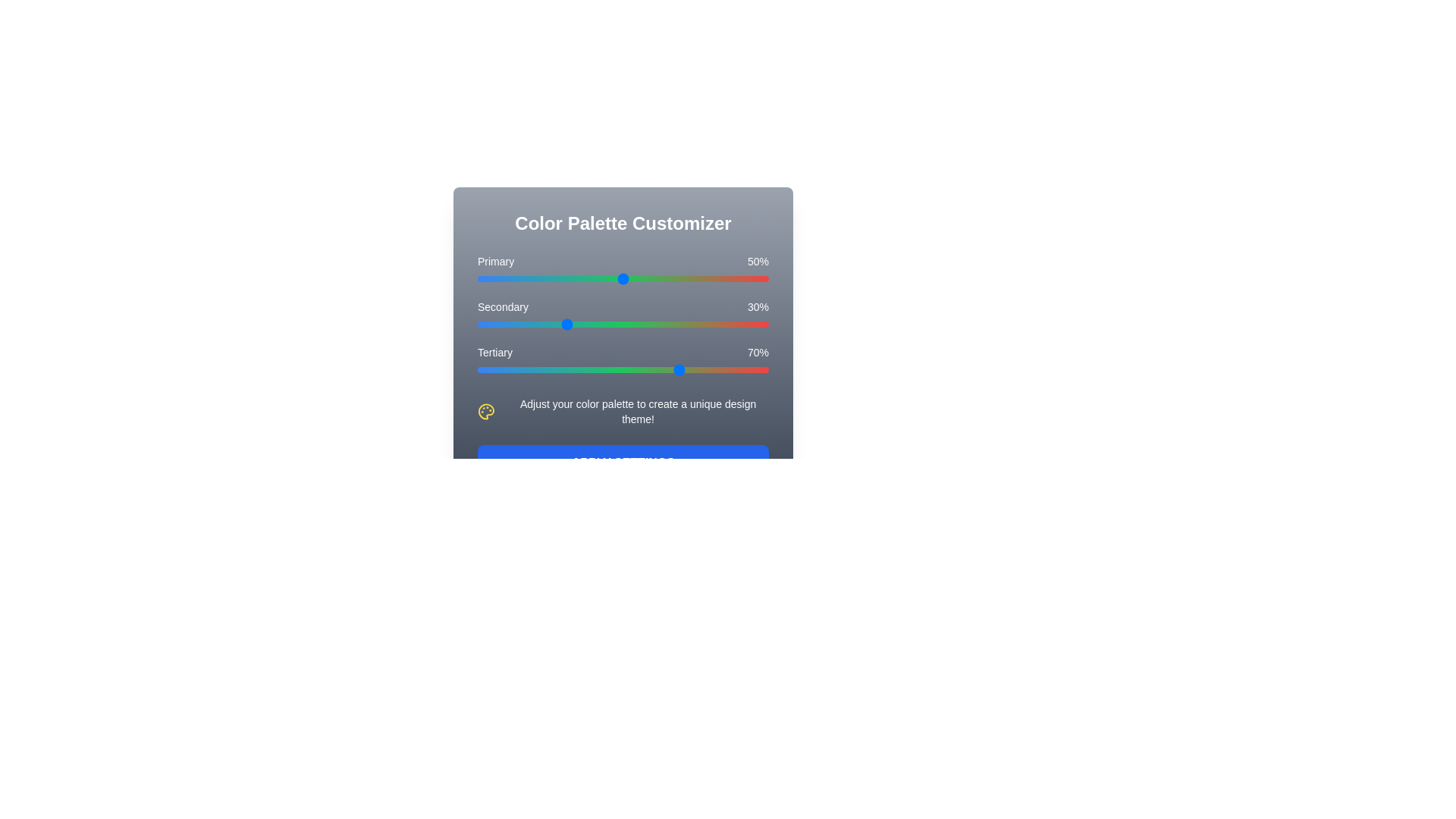 Image resolution: width=1456 pixels, height=819 pixels. What do you see at coordinates (638, 370) in the screenshot?
I see `the tertiary color value` at bounding box center [638, 370].